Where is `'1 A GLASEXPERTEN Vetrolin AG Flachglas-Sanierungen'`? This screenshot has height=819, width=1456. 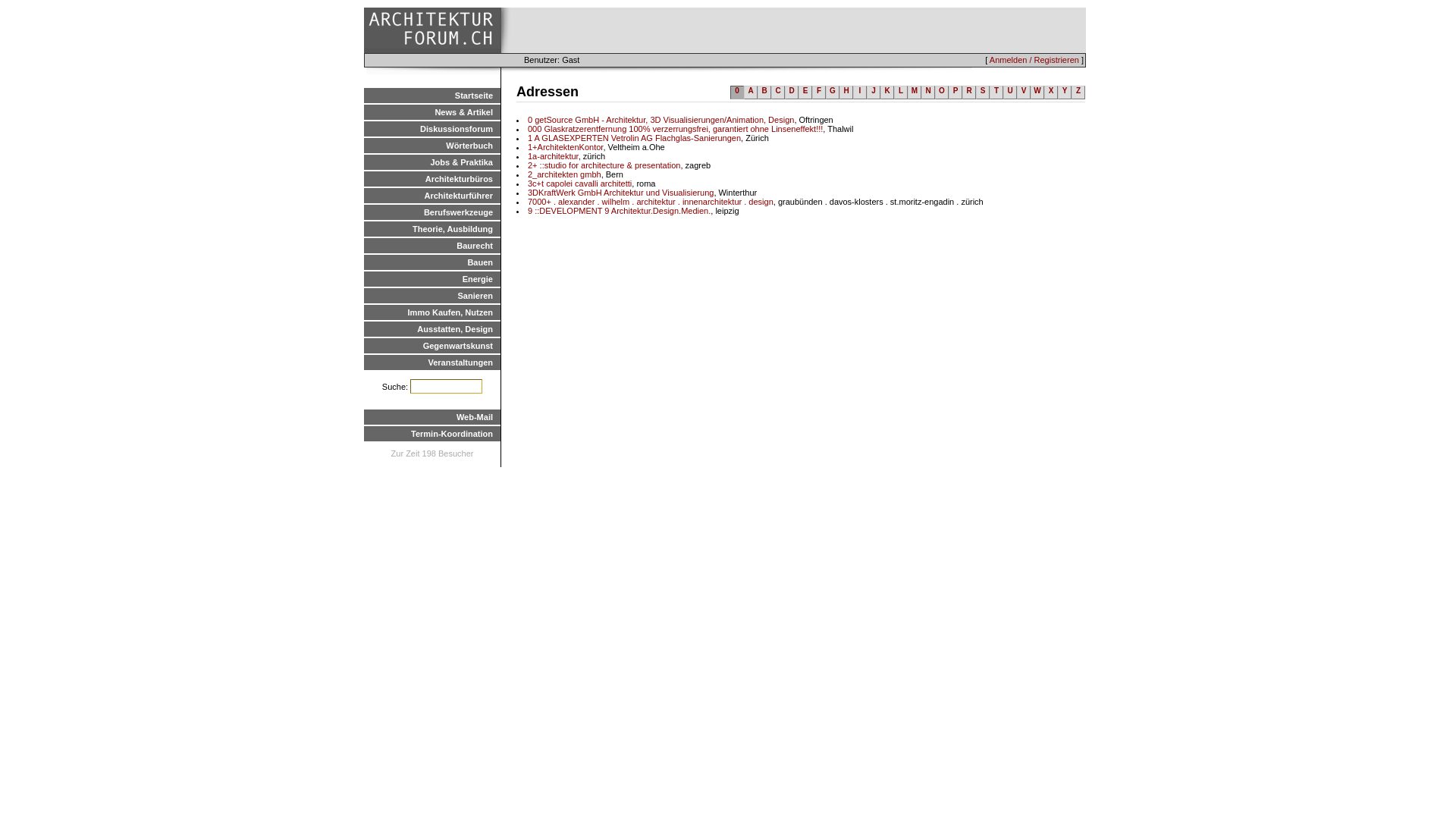
'1 A GLASEXPERTEN Vetrolin AG Flachglas-Sanierungen' is located at coordinates (634, 137).